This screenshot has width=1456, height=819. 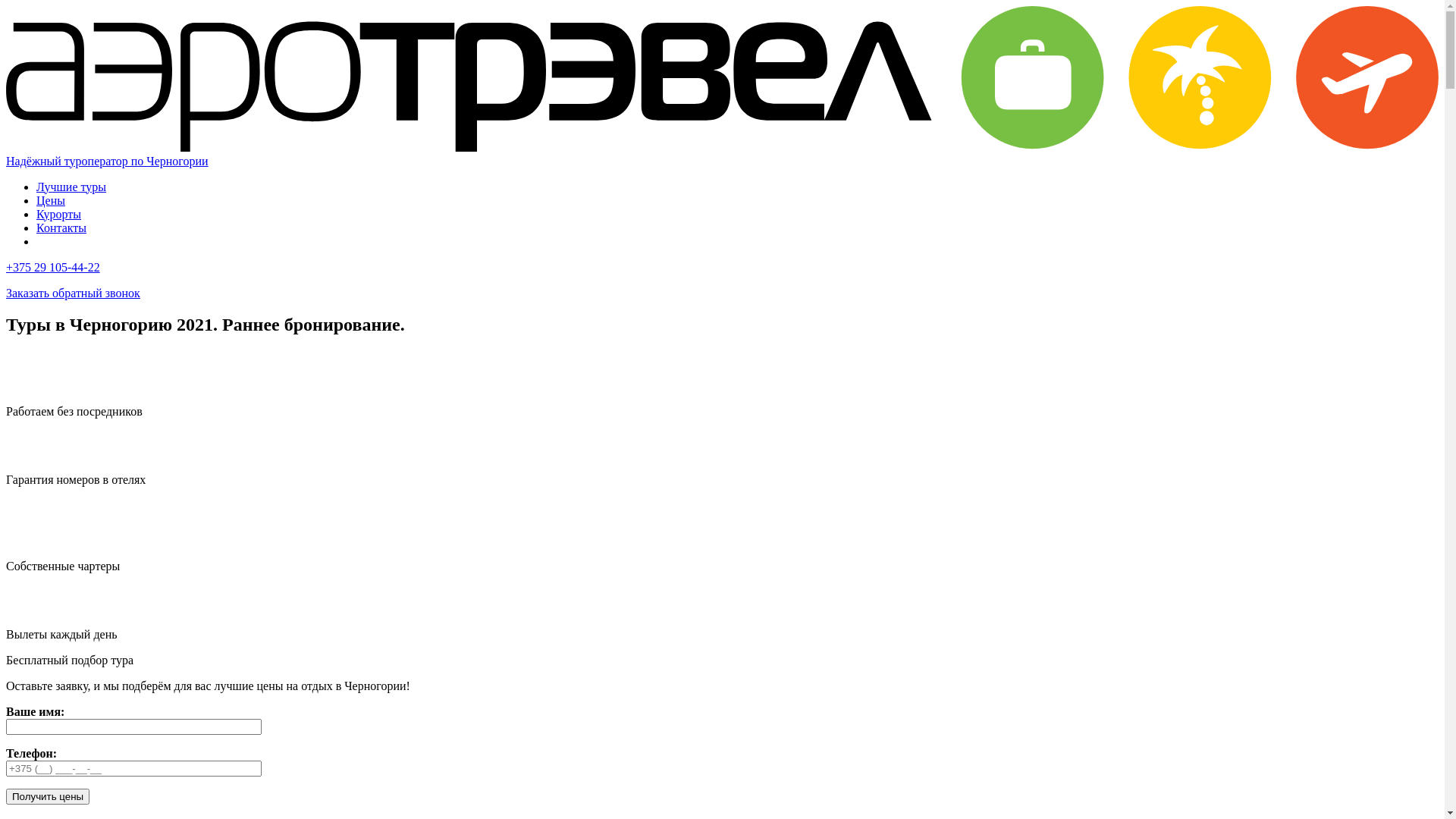 I want to click on '+375 29 105-44-22', so click(x=53, y=266).